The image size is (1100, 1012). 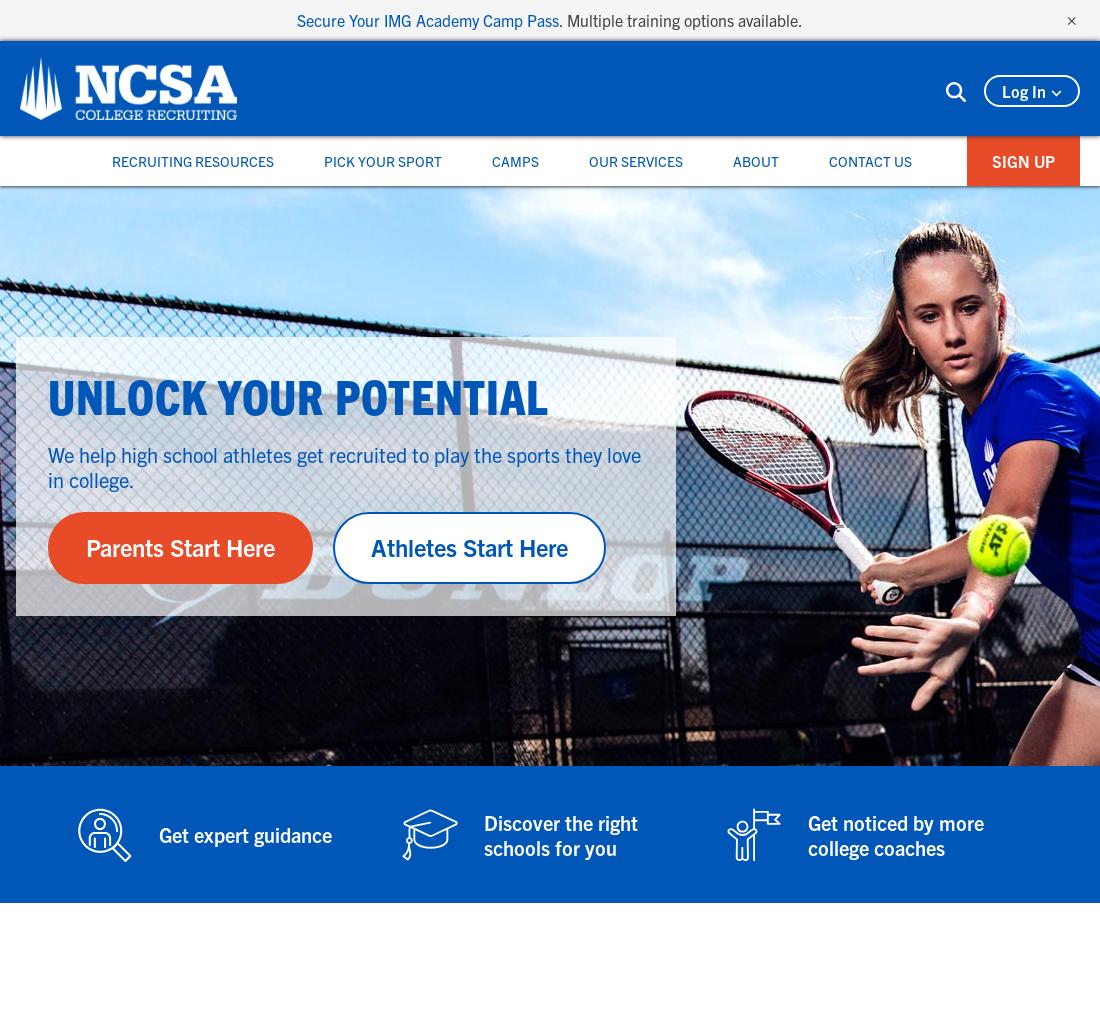 What do you see at coordinates (649, 315) in the screenshot?
I see `'Meet Our Experts'` at bounding box center [649, 315].